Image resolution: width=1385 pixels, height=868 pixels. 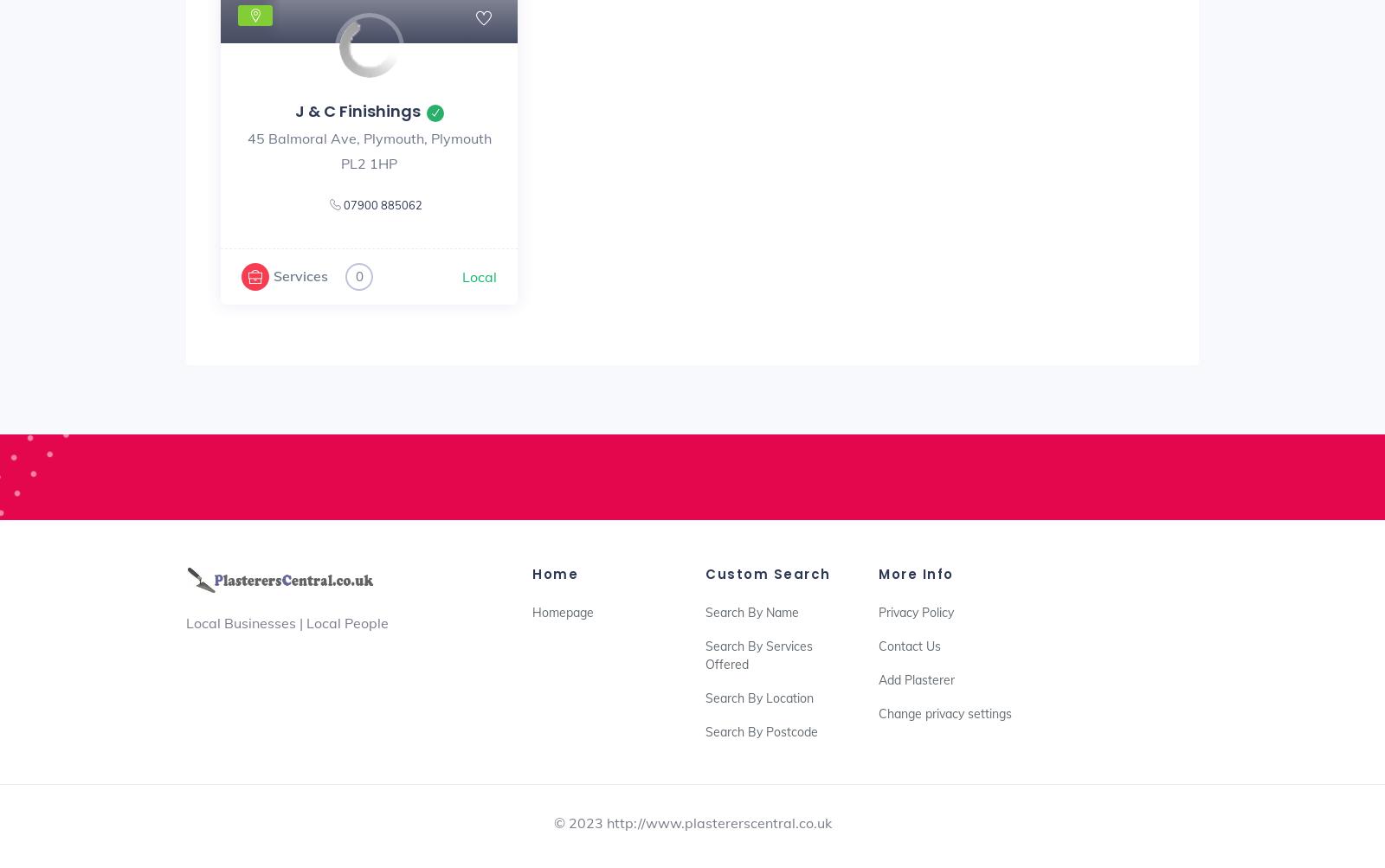 What do you see at coordinates (367, 149) in the screenshot?
I see `'45 Balmoral Ave, Plymouth, Plymouth PL2 1HP'` at bounding box center [367, 149].